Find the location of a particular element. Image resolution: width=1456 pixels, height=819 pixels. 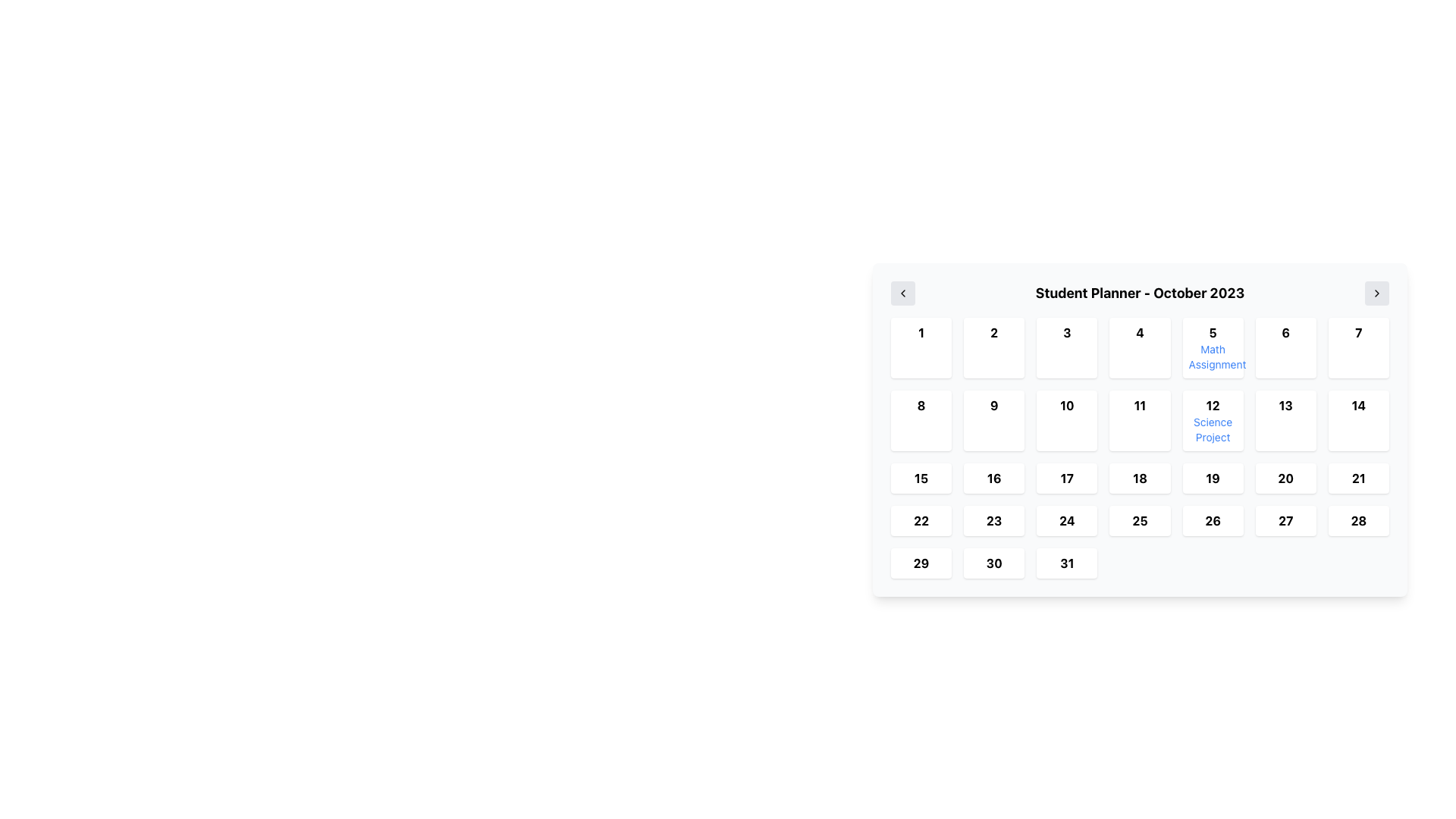

the bold text '27' in the calendar view is located at coordinates (1285, 519).